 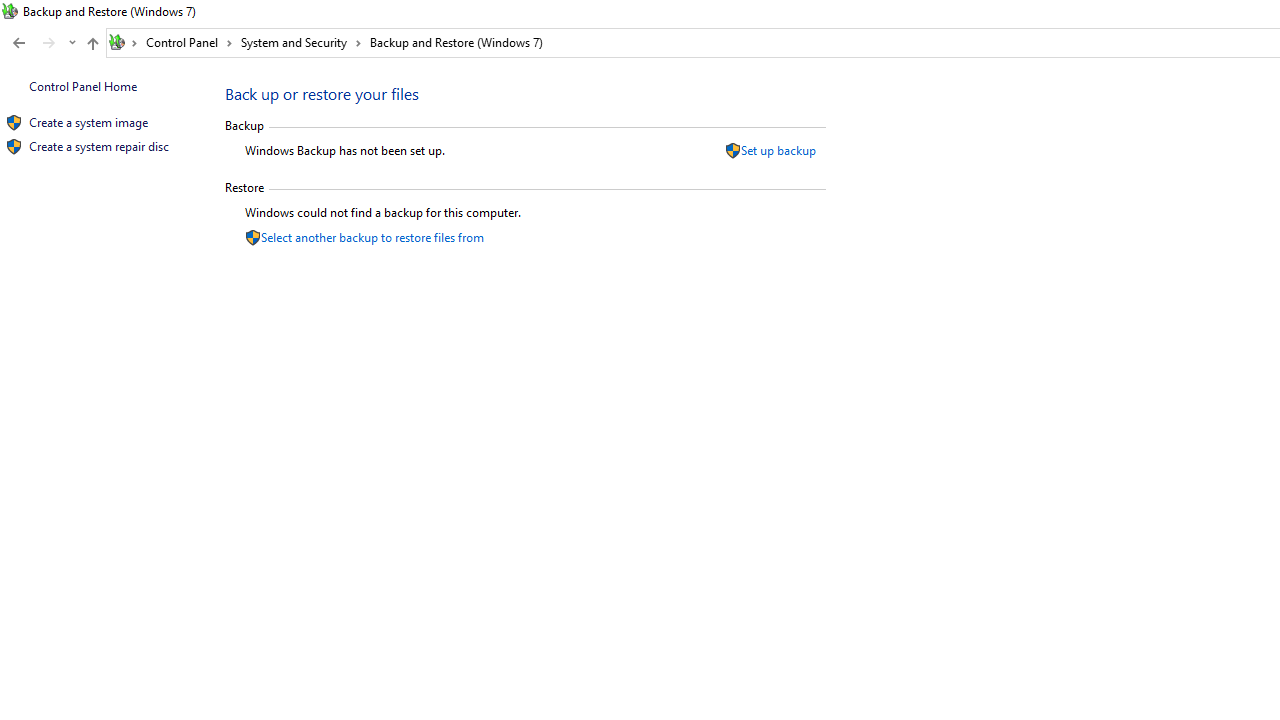 What do you see at coordinates (777, 149) in the screenshot?
I see `'Set up backup'` at bounding box center [777, 149].